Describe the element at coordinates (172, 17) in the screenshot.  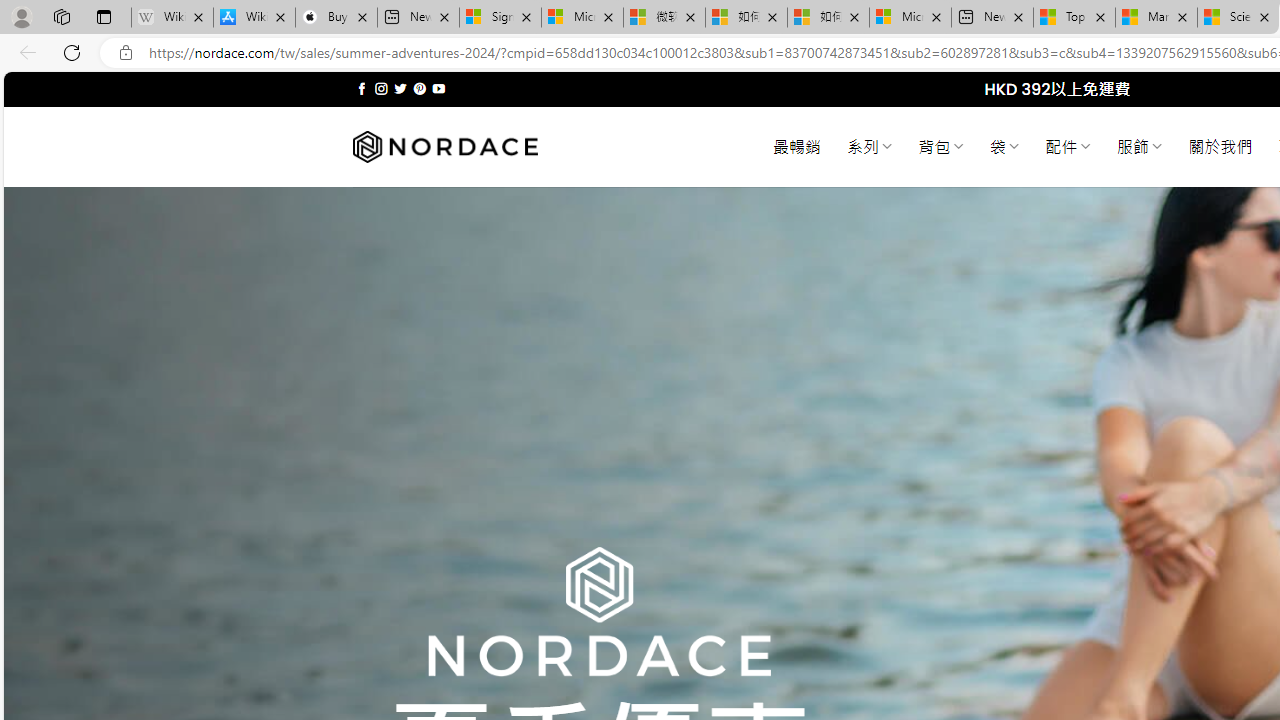
I see `'Wikipedia - Sleeping'` at that location.